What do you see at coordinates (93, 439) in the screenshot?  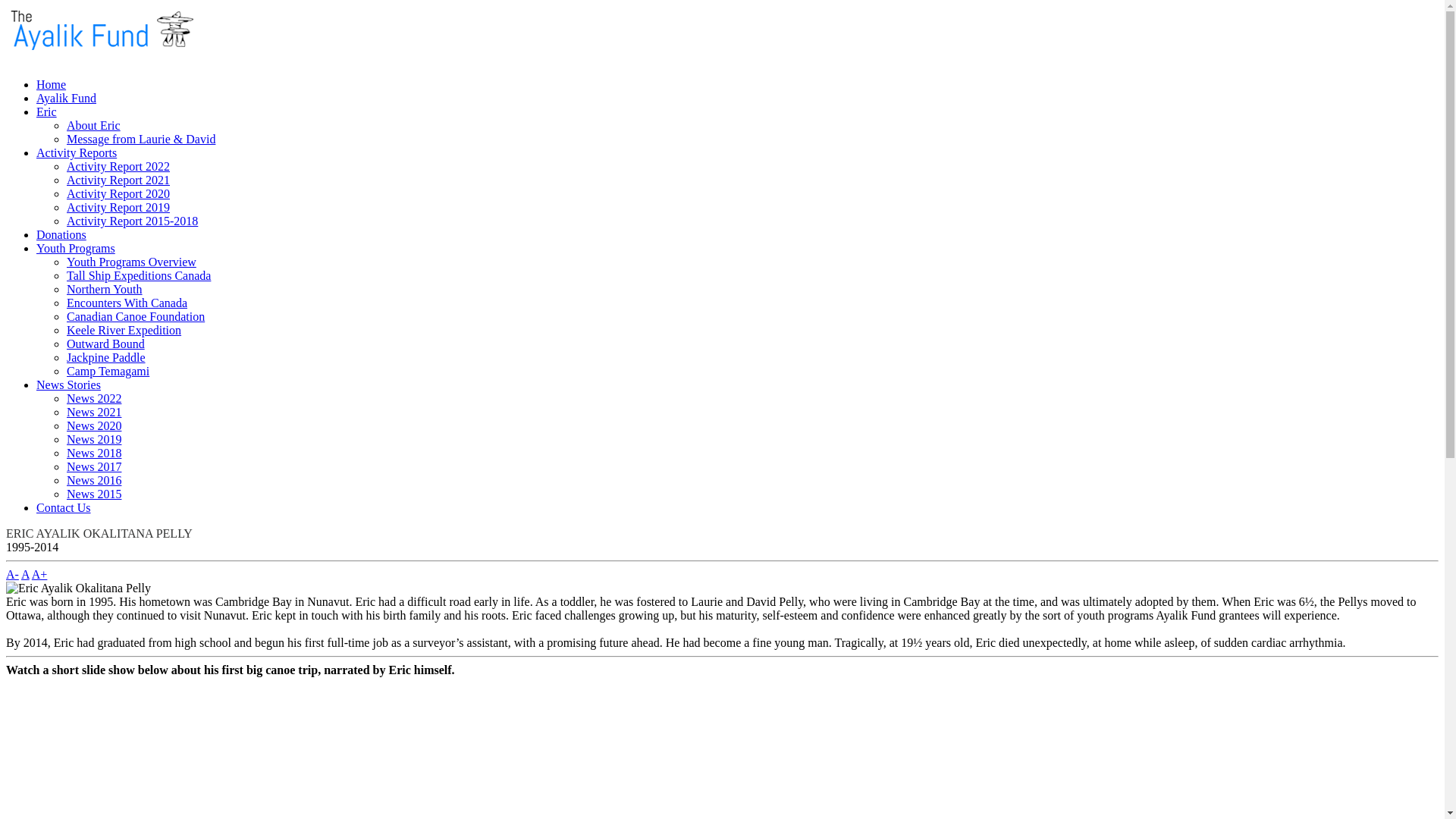 I see `'News 2019'` at bounding box center [93, 439].